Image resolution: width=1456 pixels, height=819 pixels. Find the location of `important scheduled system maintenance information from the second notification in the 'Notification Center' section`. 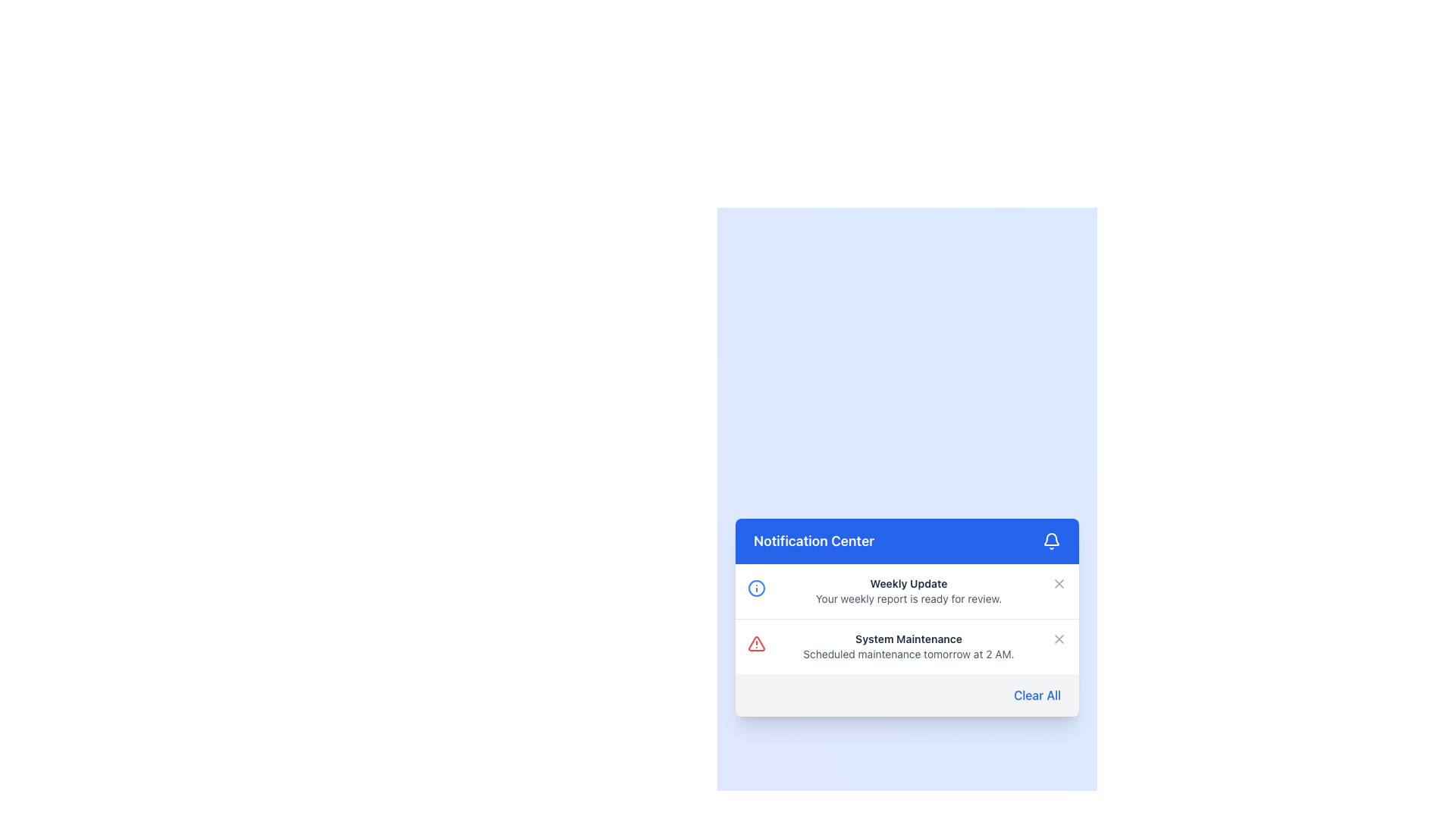

important scheduled system maintenance information from the second notification in the 'Notification Center' section is located at coordinates (908, 646).